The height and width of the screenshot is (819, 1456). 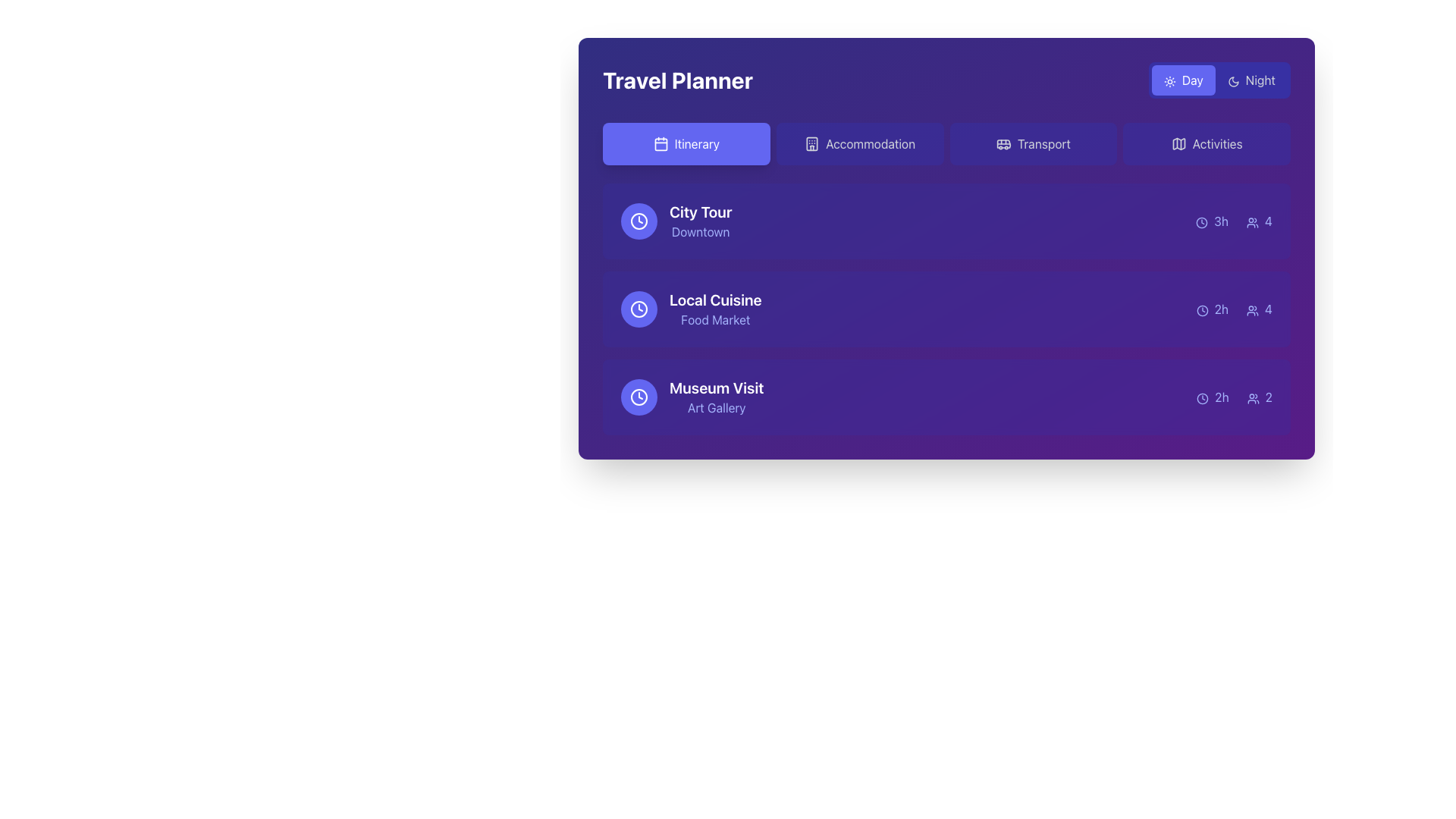 What do you see at coordinates (1003, 143) in the screenshot?
I see `the bus base section icon located within the 'Transport' button in the header navigation of the user interface` at bounding box center [1003, 143].